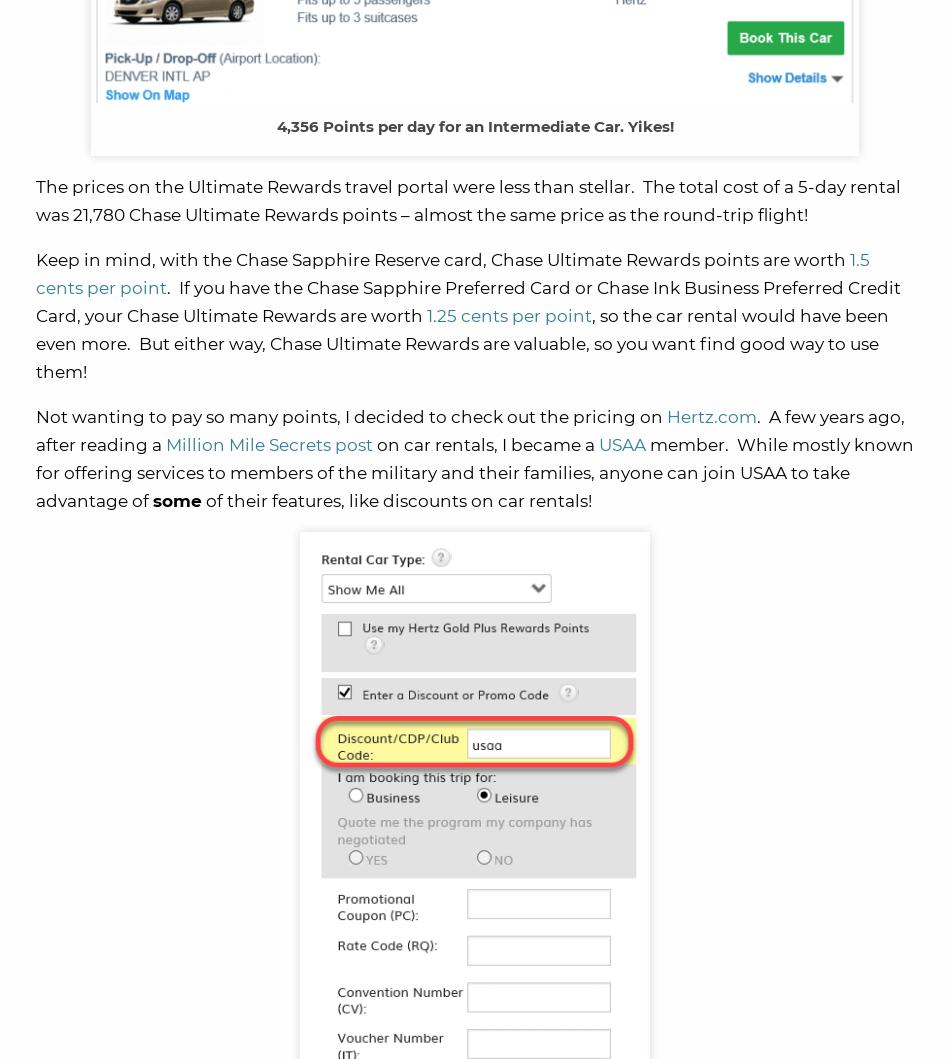 This screenshot has height=1059, width=950. What do you see at coordinates (509, 316) in the screenshot?
I see `'1.25 cents per point'` at bounding box center [509, 316].